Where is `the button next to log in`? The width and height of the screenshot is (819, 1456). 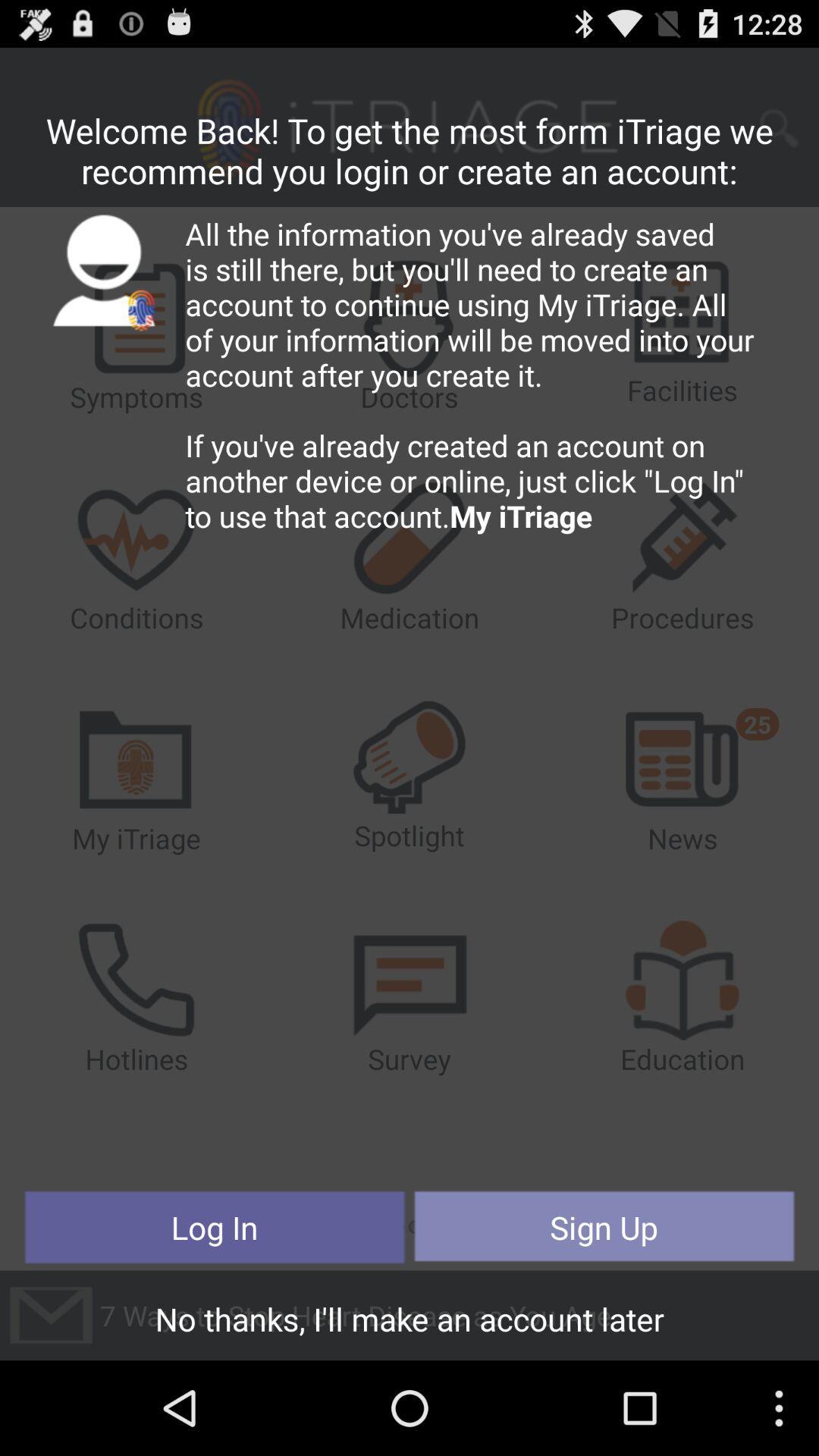
the button next to log in is located at coordinates (603, 1227).